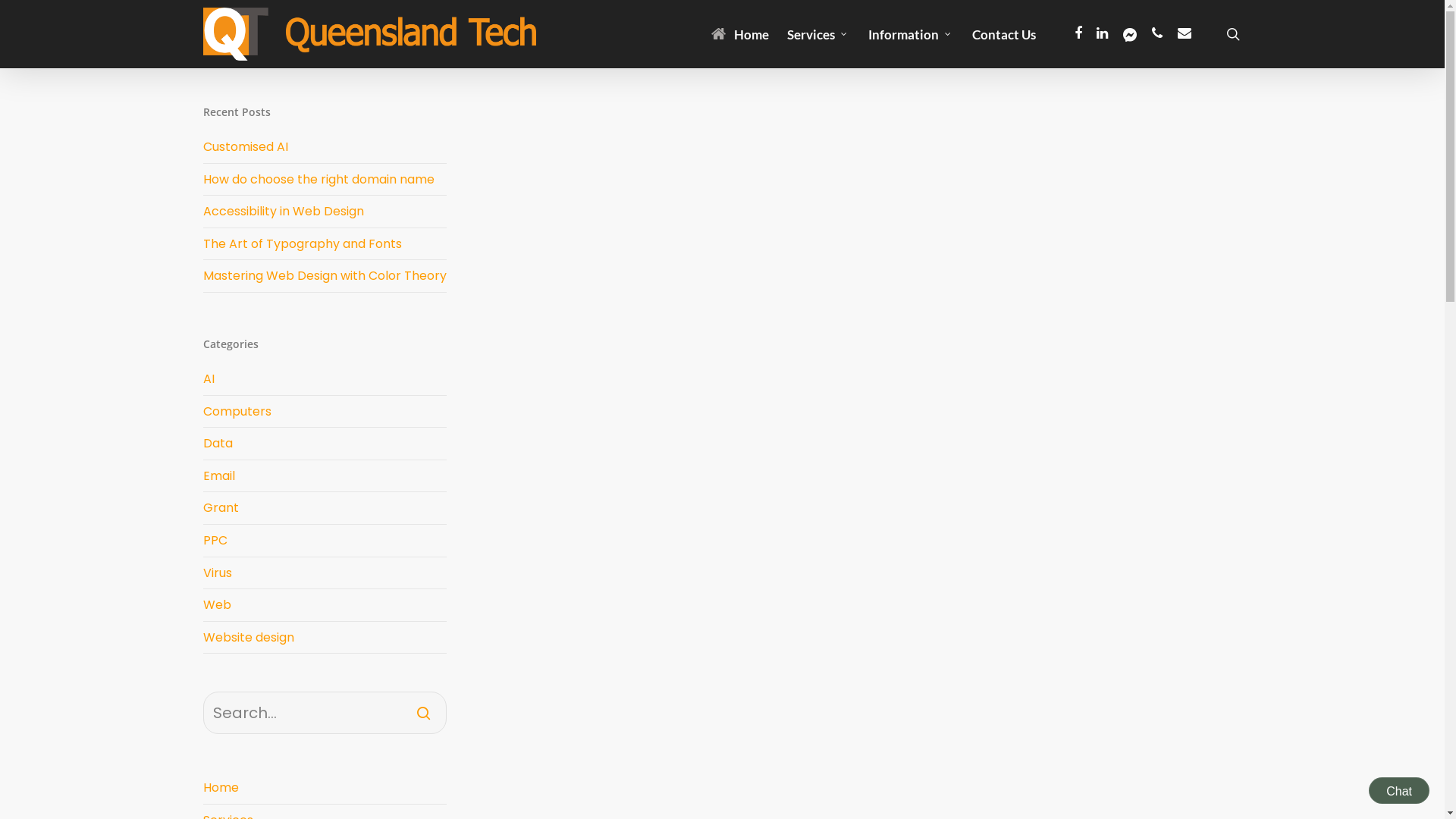  What do you see at coordinates (1103, 34) in the screenshot?
I see `'linkedin'` at bounding box center [1103, 34].